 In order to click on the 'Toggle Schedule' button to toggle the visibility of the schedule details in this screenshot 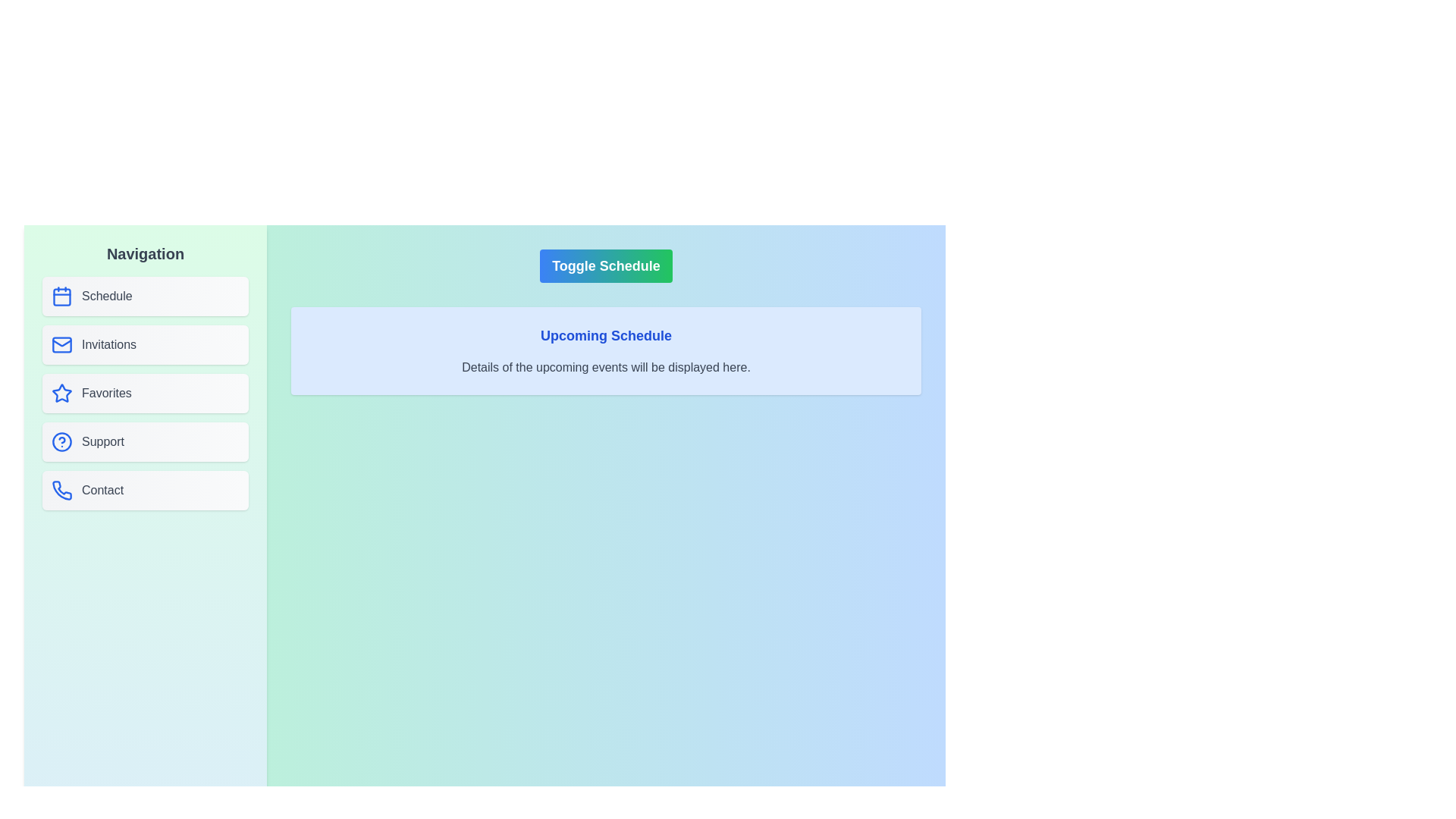, I will do `click(605, 265)`.